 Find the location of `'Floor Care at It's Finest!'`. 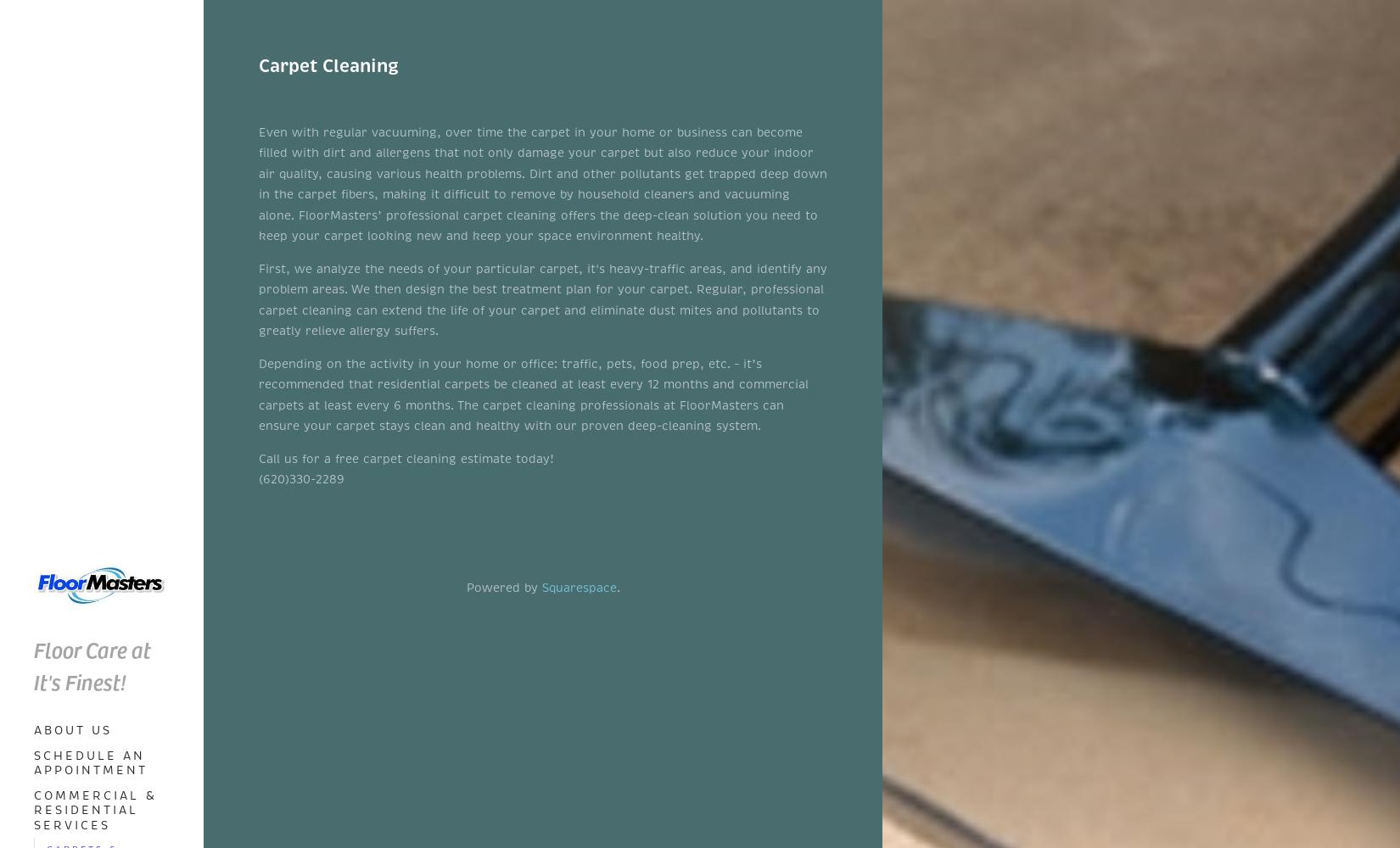

'Floor Care at It's Finest!' is located at coordinates (33, 665).